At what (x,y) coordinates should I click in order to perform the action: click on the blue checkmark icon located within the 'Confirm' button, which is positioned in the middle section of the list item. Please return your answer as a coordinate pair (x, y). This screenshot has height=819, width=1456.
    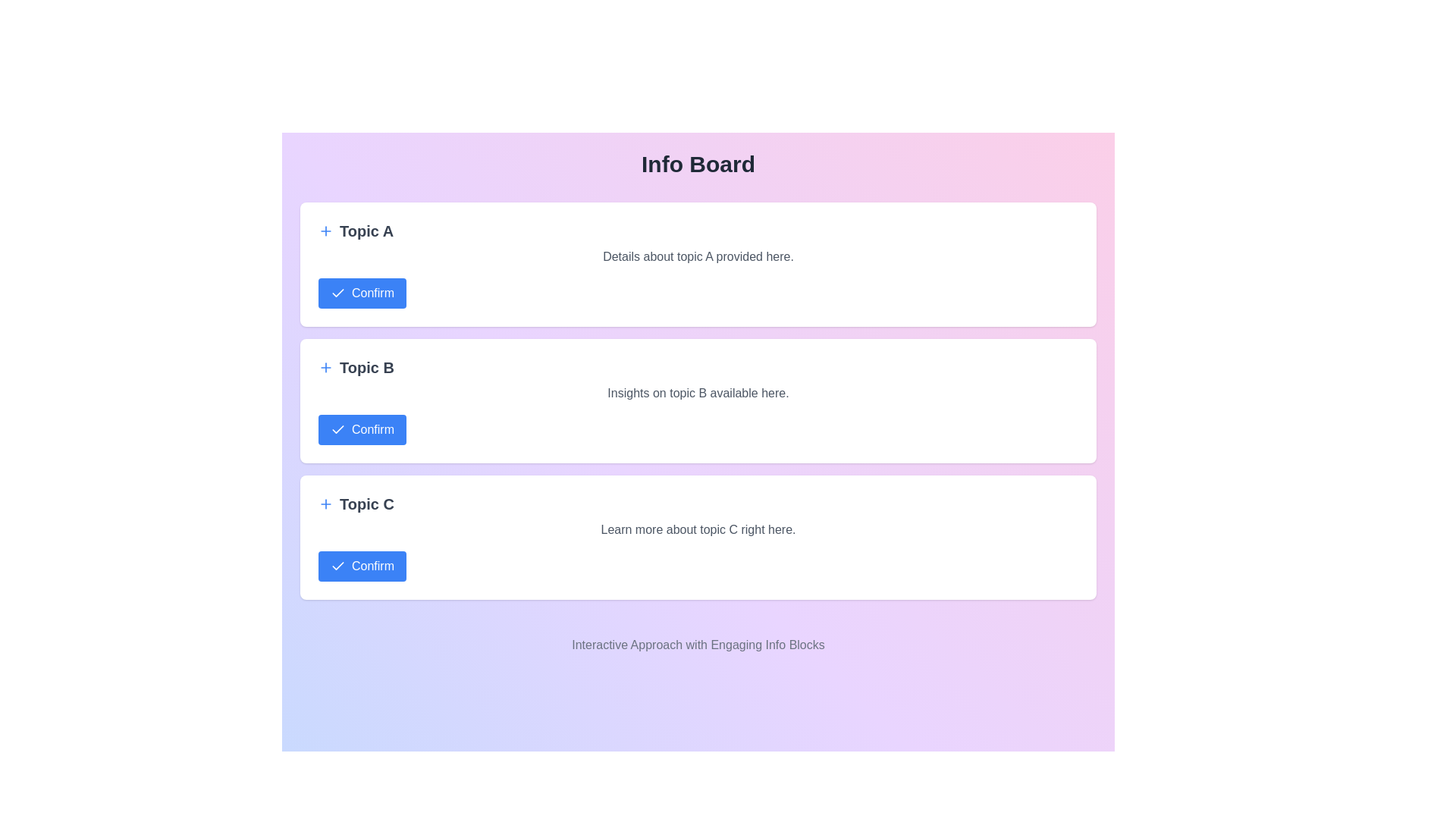
    Looking at the image, I should click on (337, 293).